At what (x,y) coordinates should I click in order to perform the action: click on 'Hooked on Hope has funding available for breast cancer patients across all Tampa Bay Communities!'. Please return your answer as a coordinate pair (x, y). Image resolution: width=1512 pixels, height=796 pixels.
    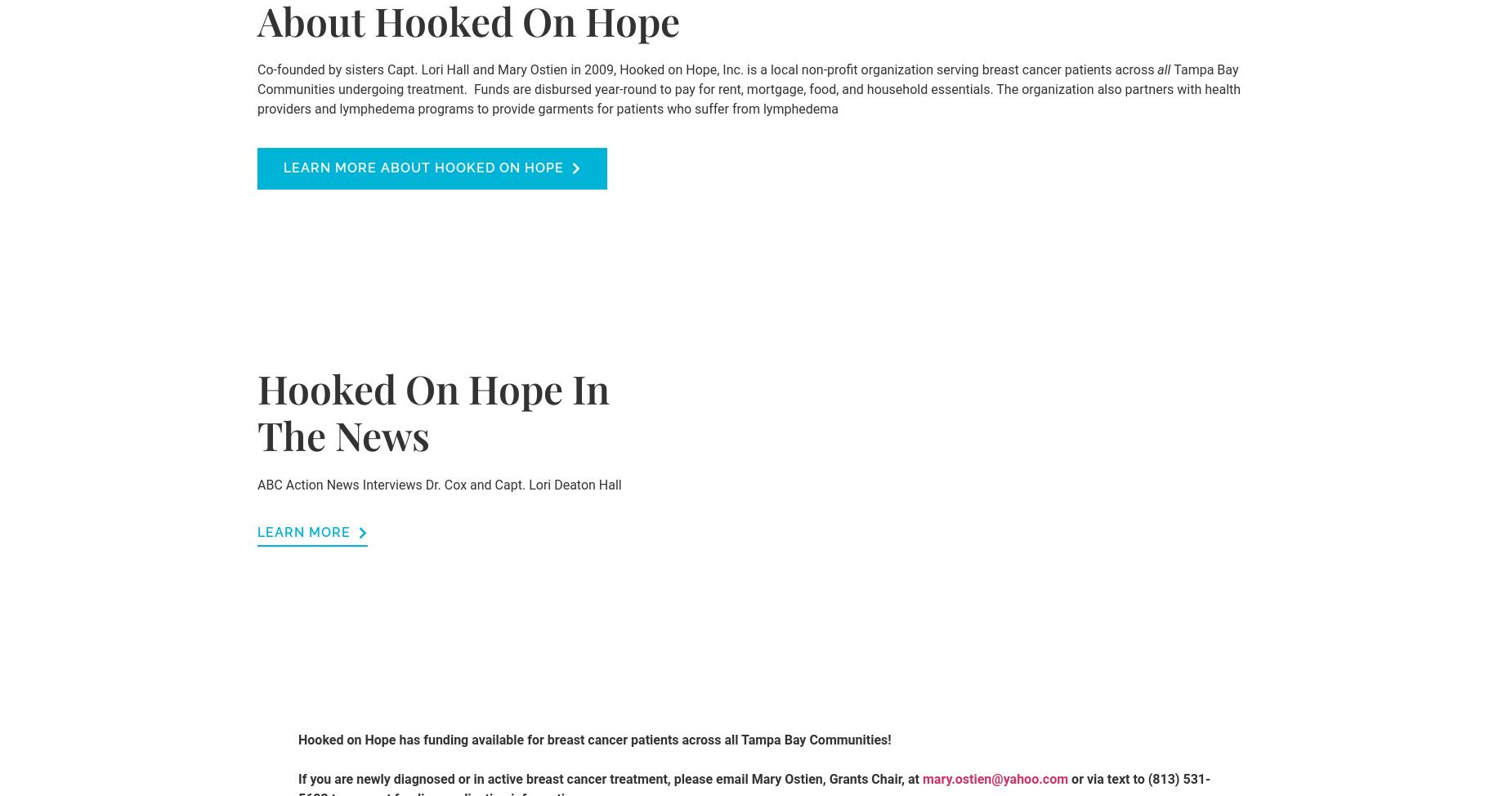
    Looking at the image, I should click on (297, 738).